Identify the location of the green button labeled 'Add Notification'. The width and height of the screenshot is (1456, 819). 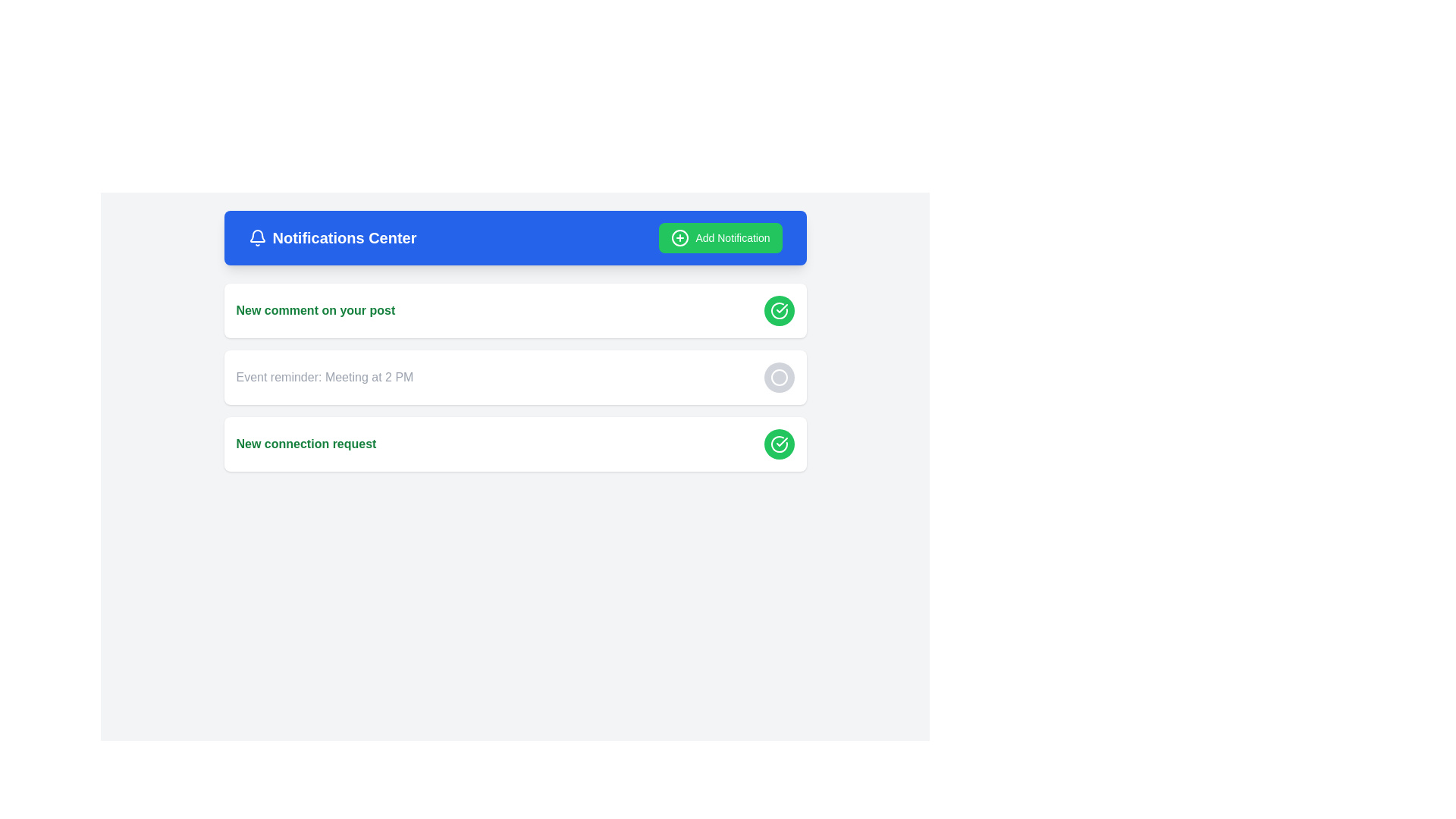
(720, 237).